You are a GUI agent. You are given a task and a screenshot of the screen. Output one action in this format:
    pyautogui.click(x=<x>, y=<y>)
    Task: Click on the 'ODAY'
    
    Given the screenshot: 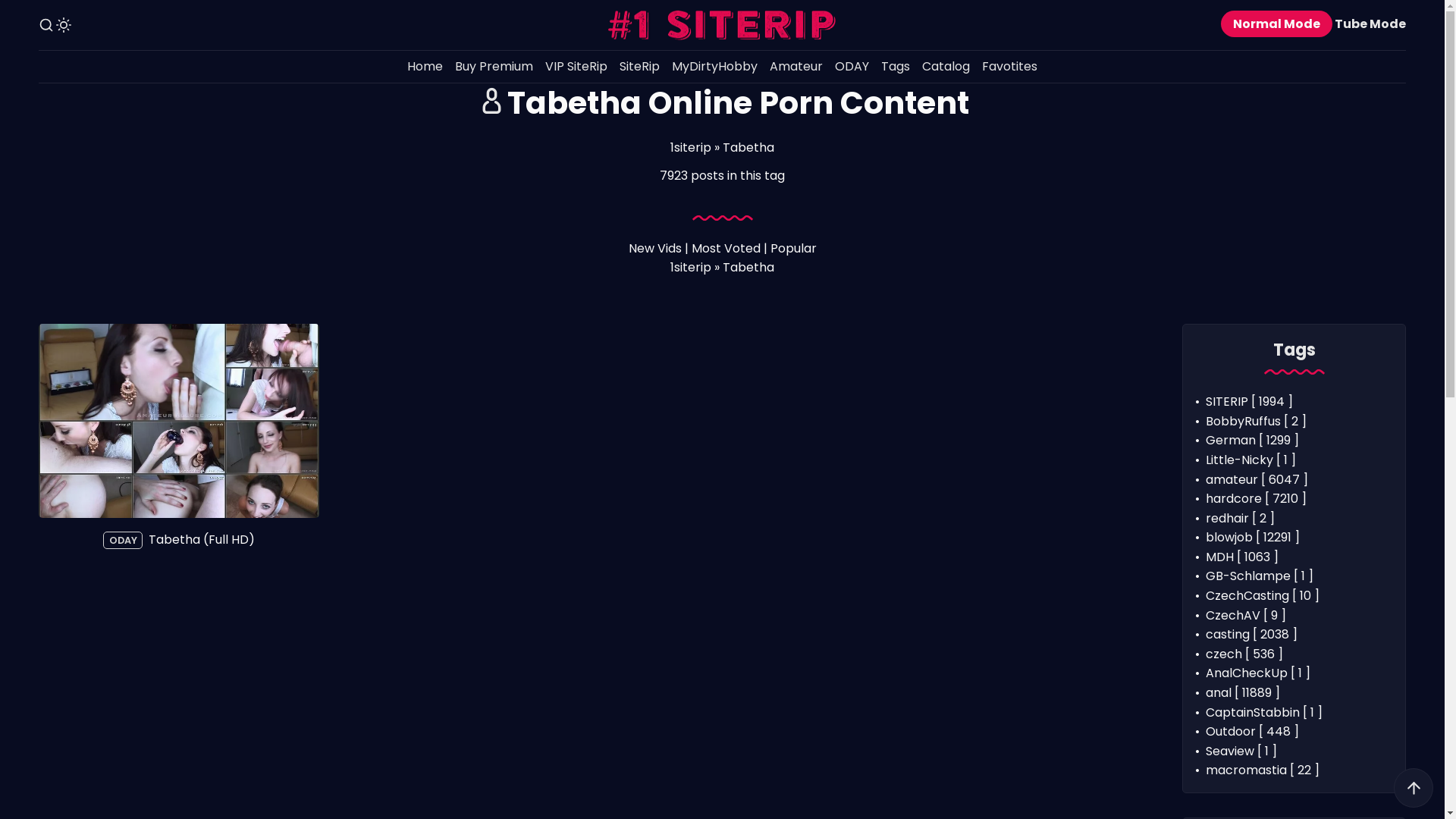 What is the action you would take?
    pyautogui.click(x=123, y=539)
    